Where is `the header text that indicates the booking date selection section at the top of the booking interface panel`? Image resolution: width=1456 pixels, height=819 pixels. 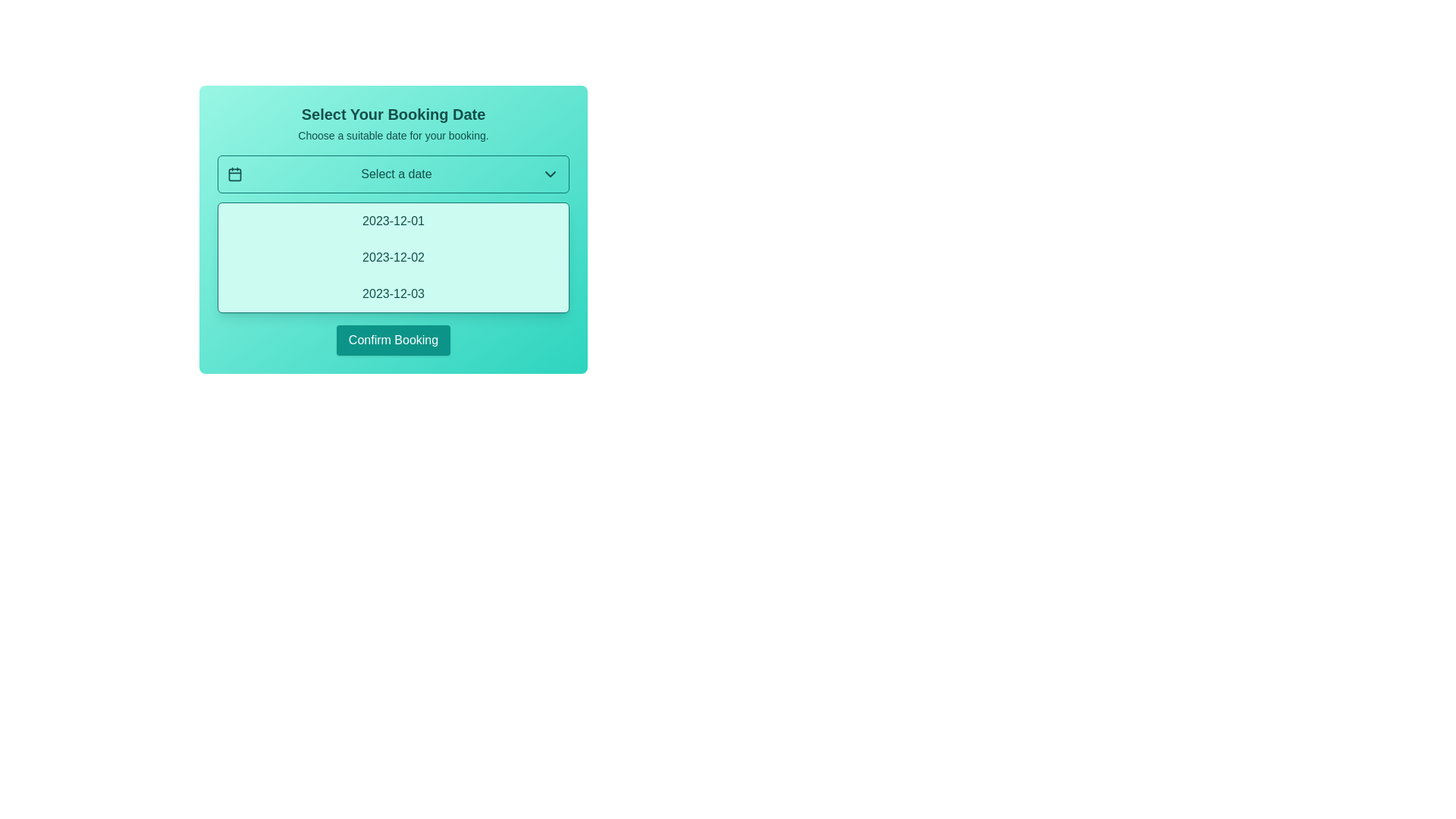
the header text that indicates the booking date selection section at the top of the booking interface panel is located at coordinates (393, 113).